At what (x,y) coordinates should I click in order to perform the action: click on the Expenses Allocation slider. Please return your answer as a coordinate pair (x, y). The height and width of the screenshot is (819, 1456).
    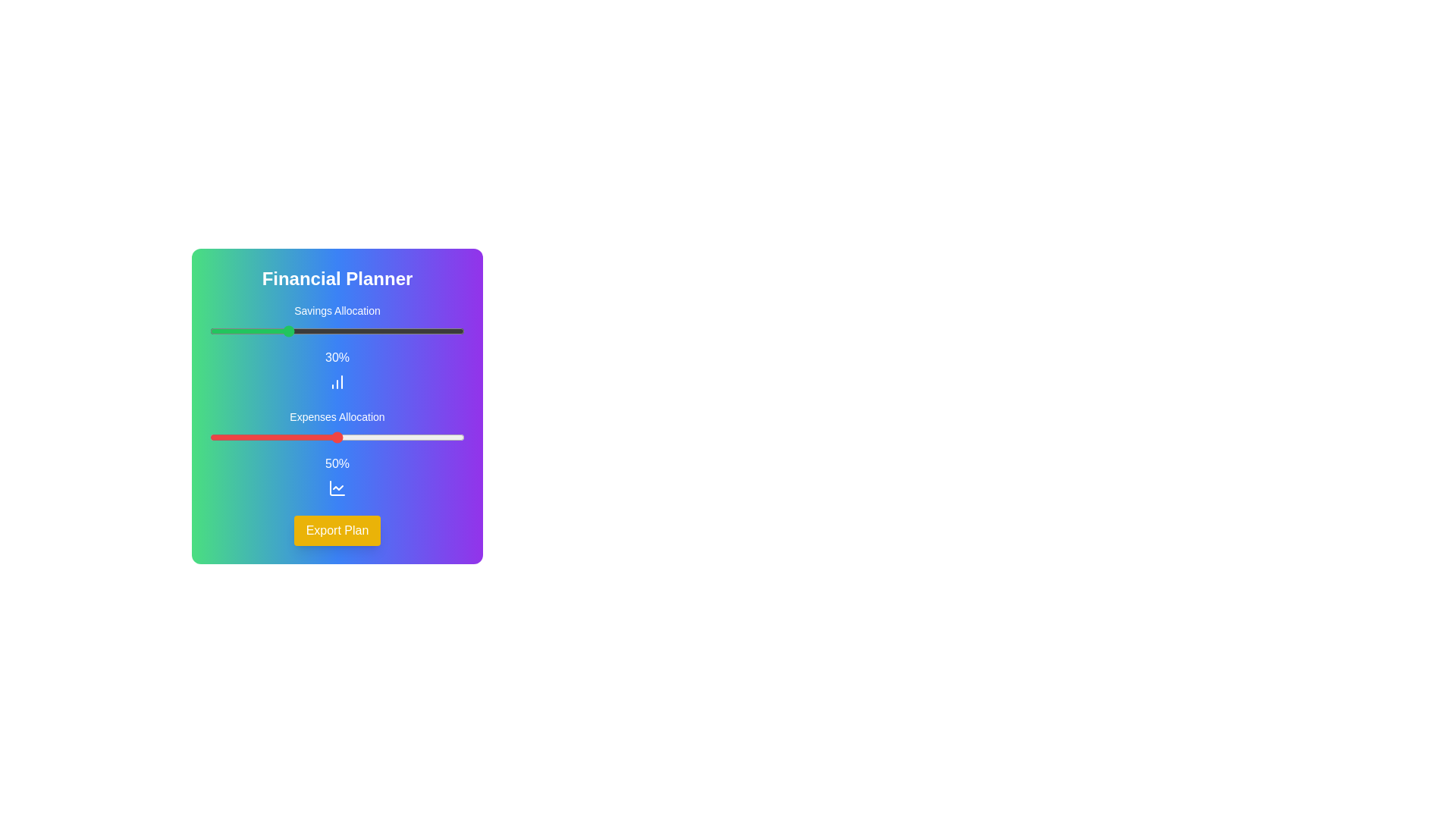
    Looking at the image, I should click on (359, 438).